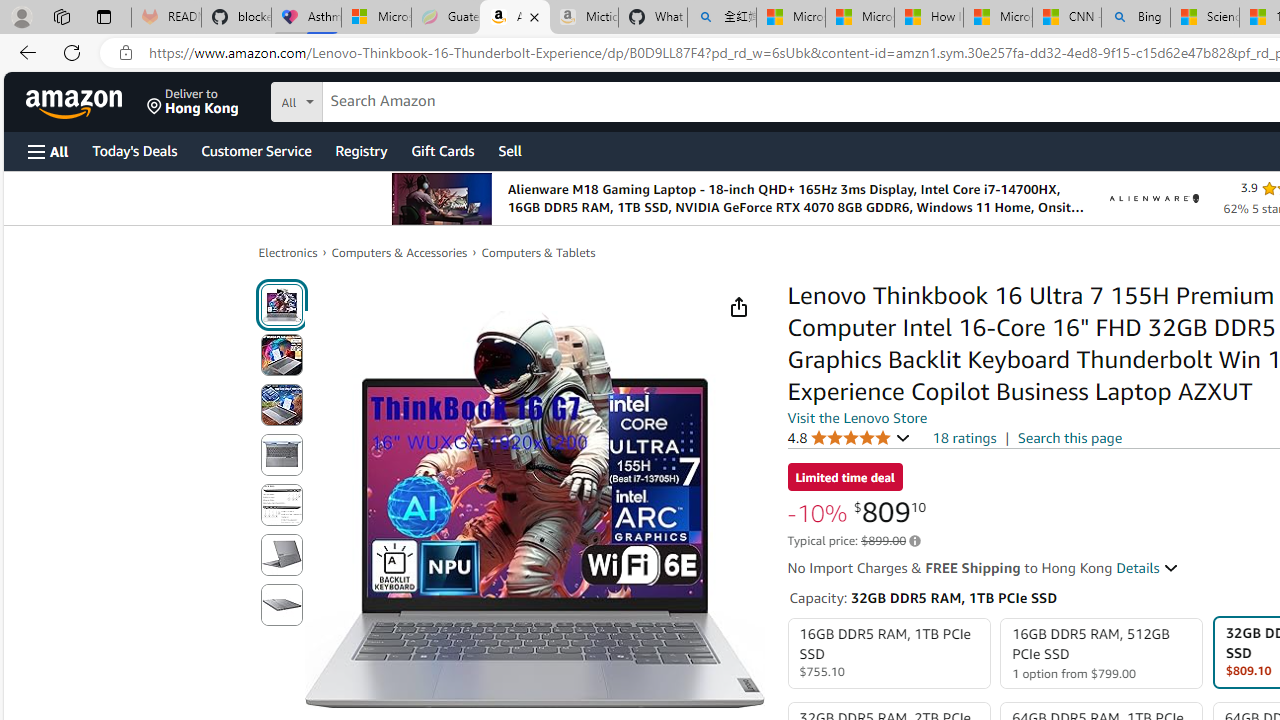  What do you see at coordinates (360, 149) in the screenshot?
I see `'Registry'` at bounding box center [360, 149].